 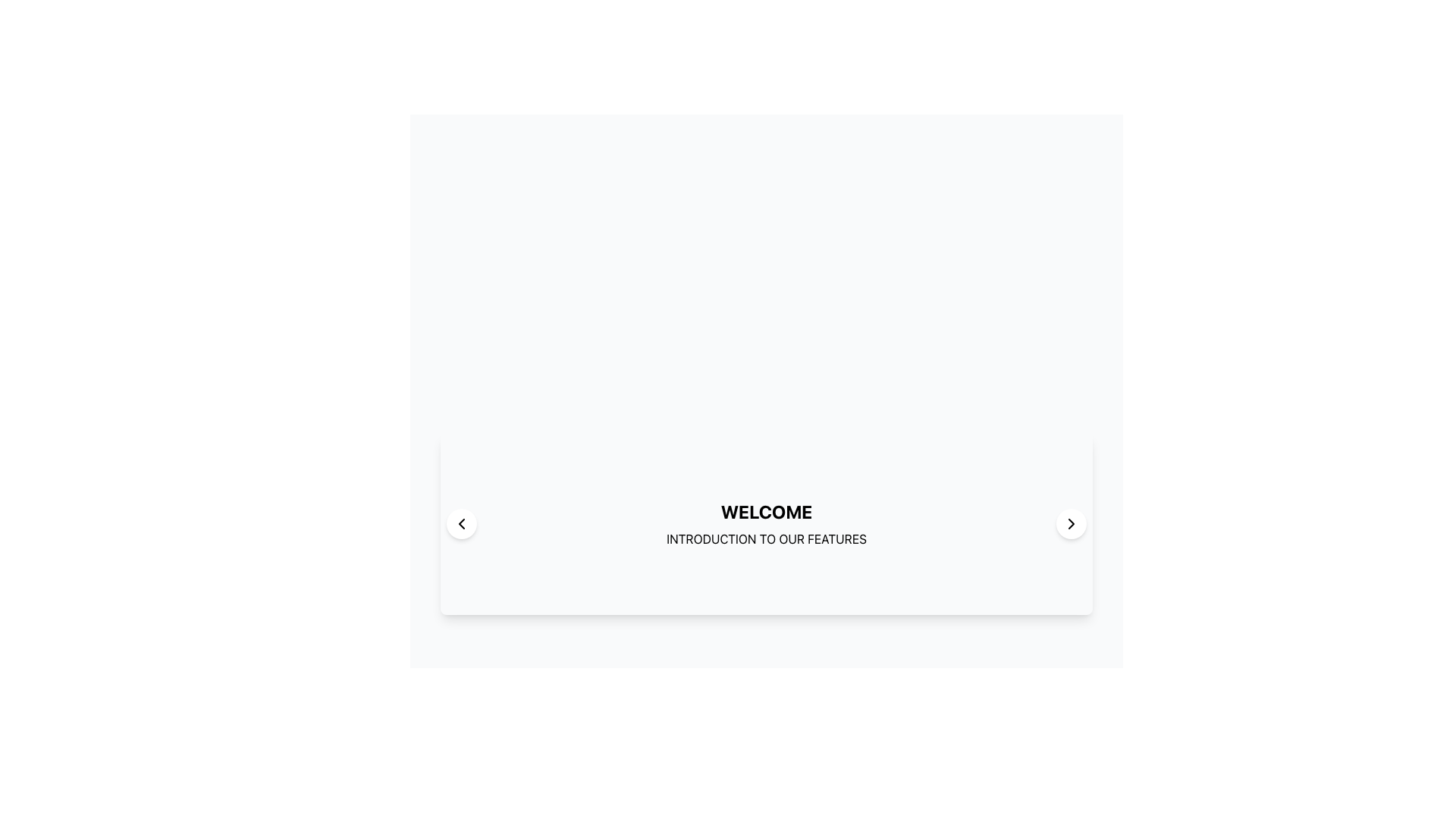 What do you see at coordinates (1070, 522) in the screenshot?
I see `the forward navigation icon located on the right side of the circular button` at bounding box center [1070, 522].